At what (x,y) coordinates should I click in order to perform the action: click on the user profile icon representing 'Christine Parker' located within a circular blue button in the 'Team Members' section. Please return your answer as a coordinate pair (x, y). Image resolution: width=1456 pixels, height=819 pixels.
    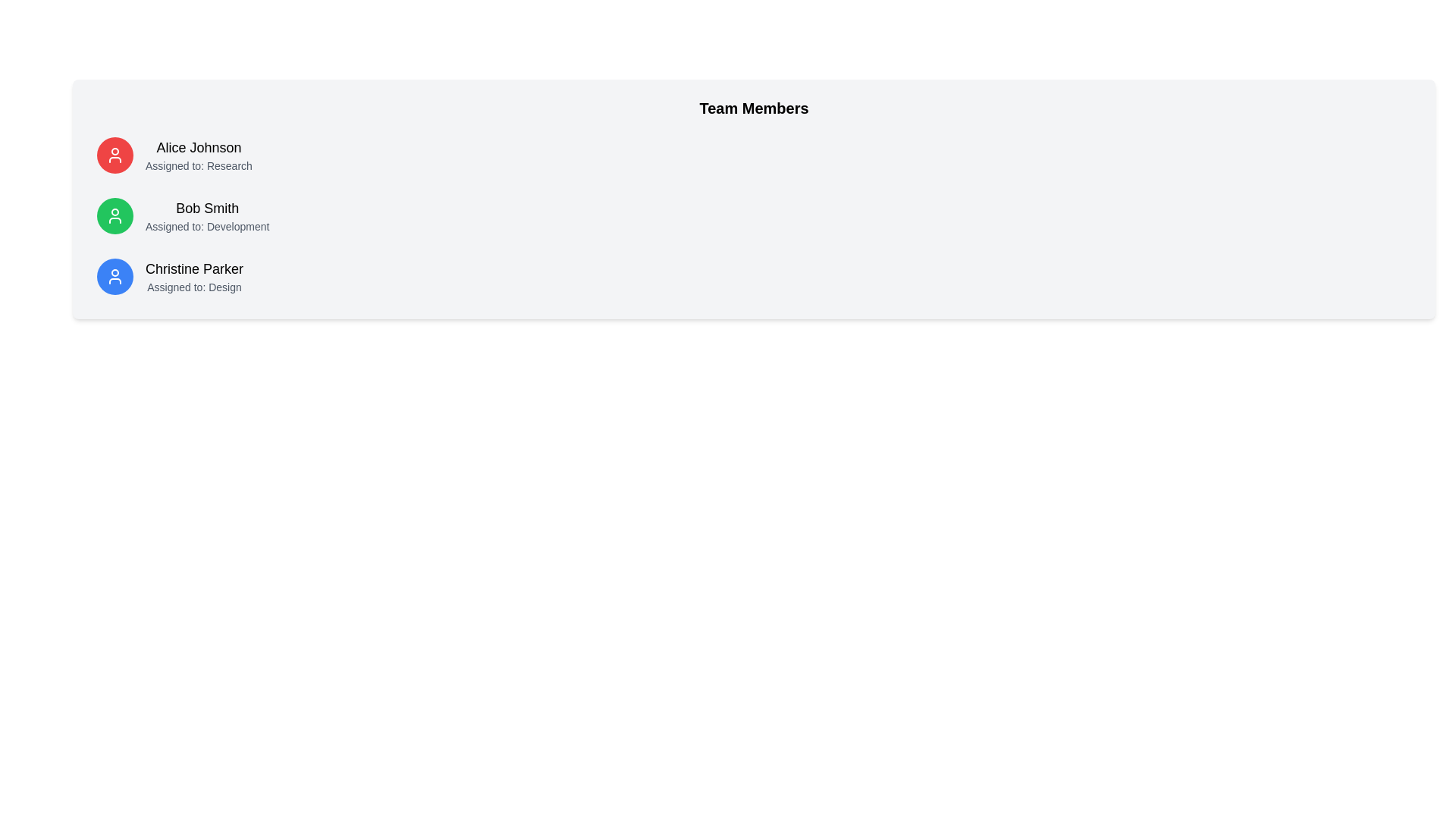
    Looking at the image, I should click on (115, 277).